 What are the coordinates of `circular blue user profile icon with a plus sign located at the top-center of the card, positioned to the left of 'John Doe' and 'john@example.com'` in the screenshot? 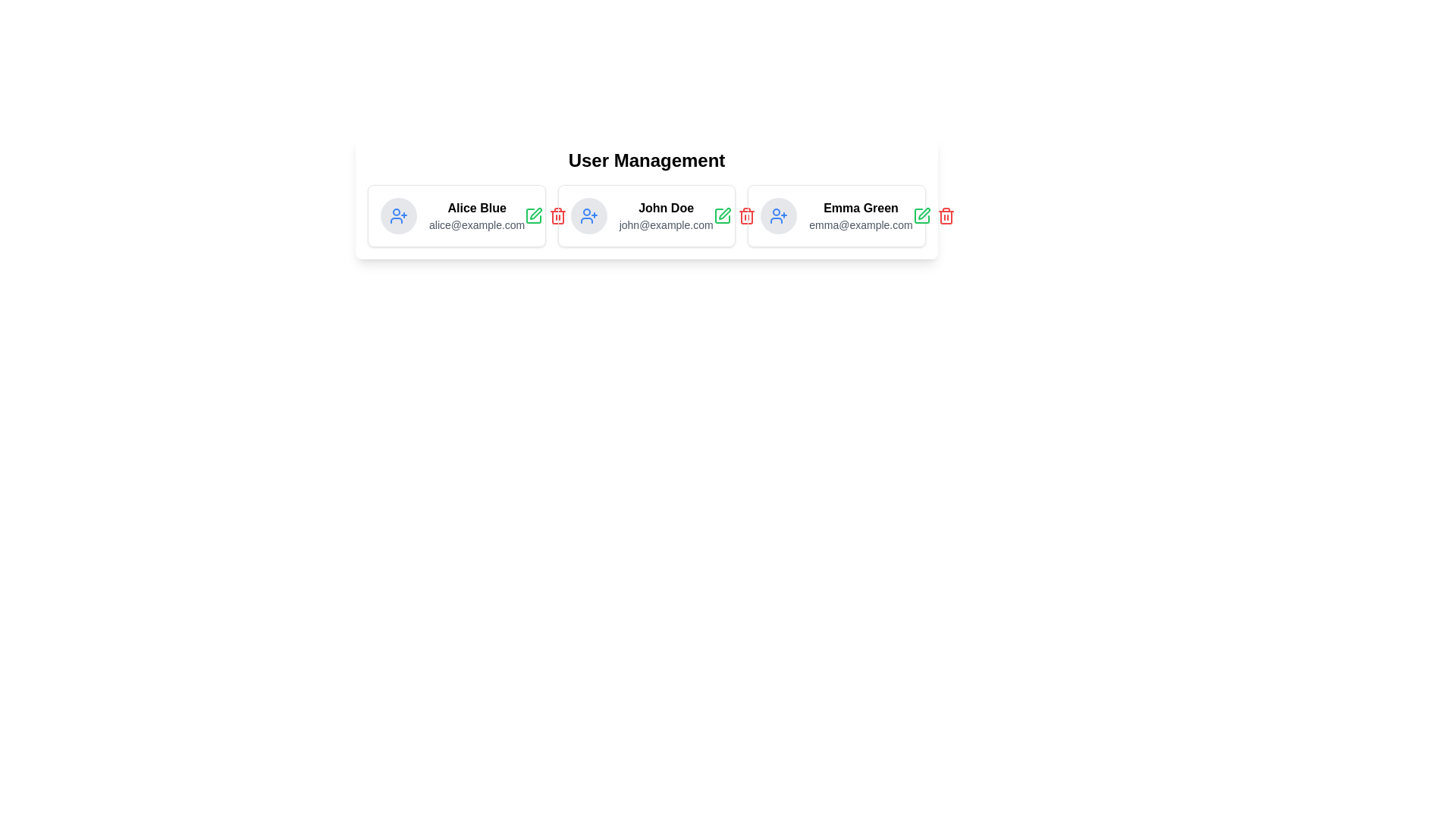 It's located at (588, 216).